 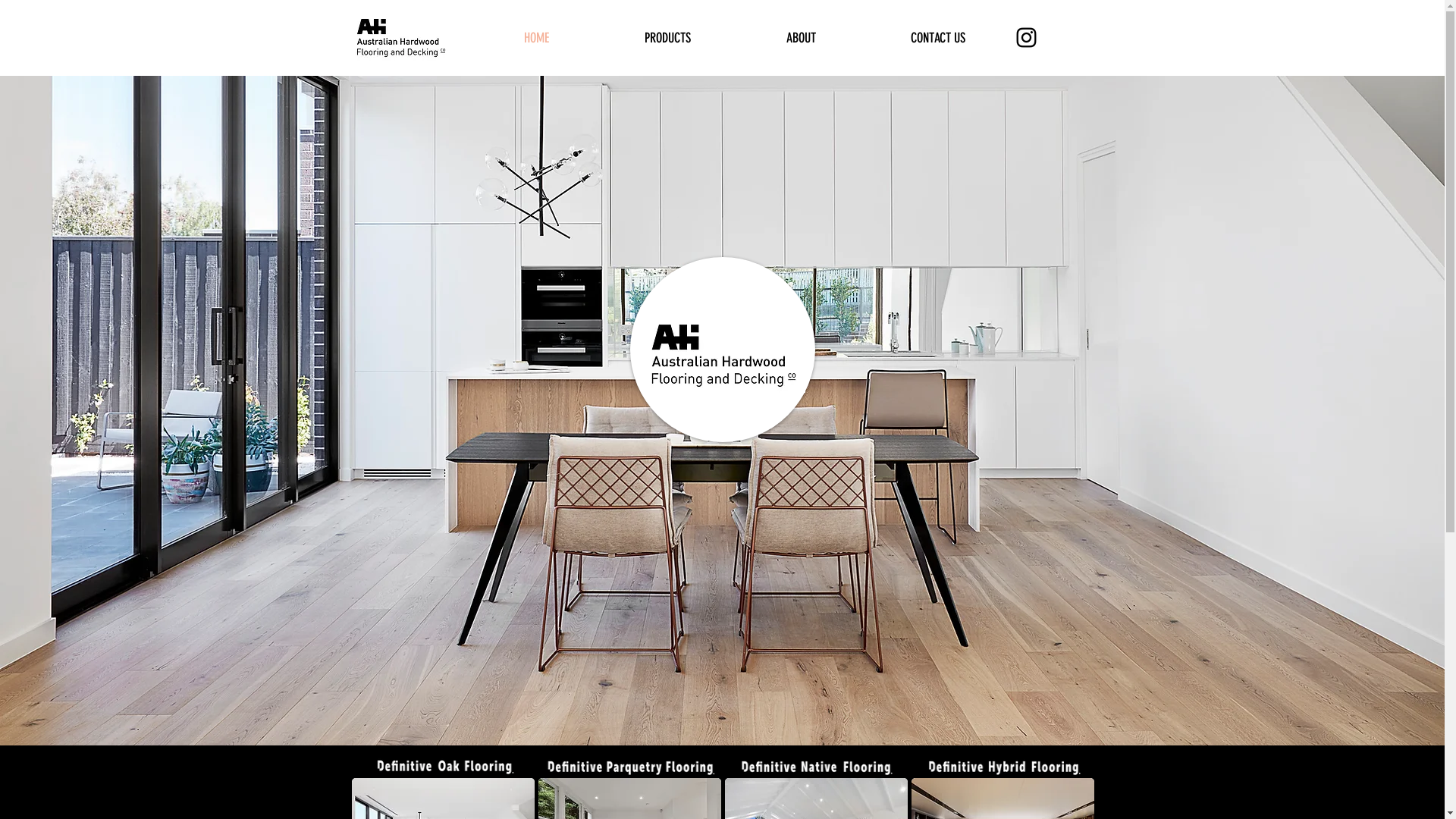 I want to click on 'Definitive Oak Flooring_Light_Text.png', so click(x=442, y=766).